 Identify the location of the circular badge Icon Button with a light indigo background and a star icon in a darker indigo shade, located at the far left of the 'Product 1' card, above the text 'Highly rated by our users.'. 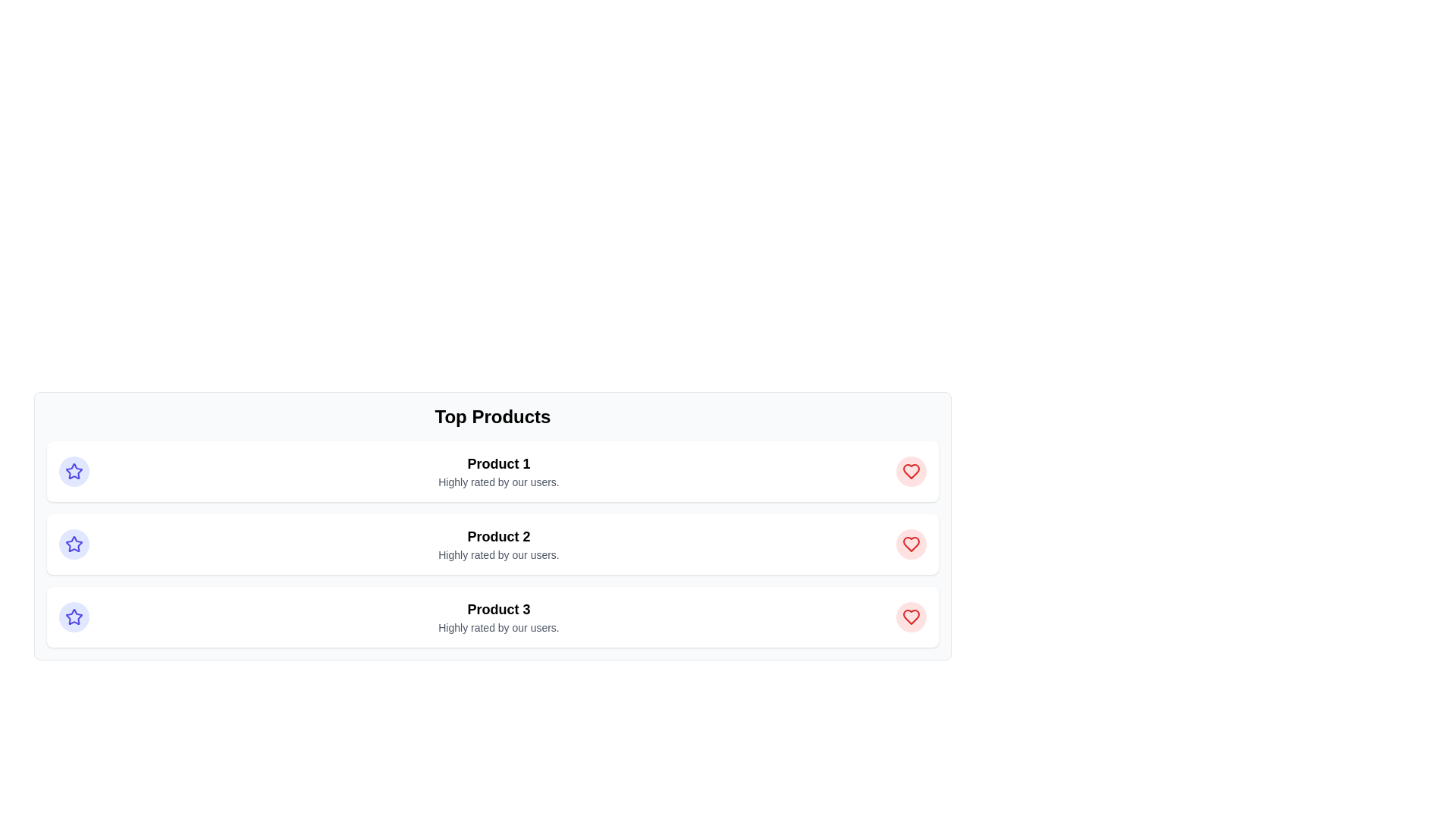
(73, 470).